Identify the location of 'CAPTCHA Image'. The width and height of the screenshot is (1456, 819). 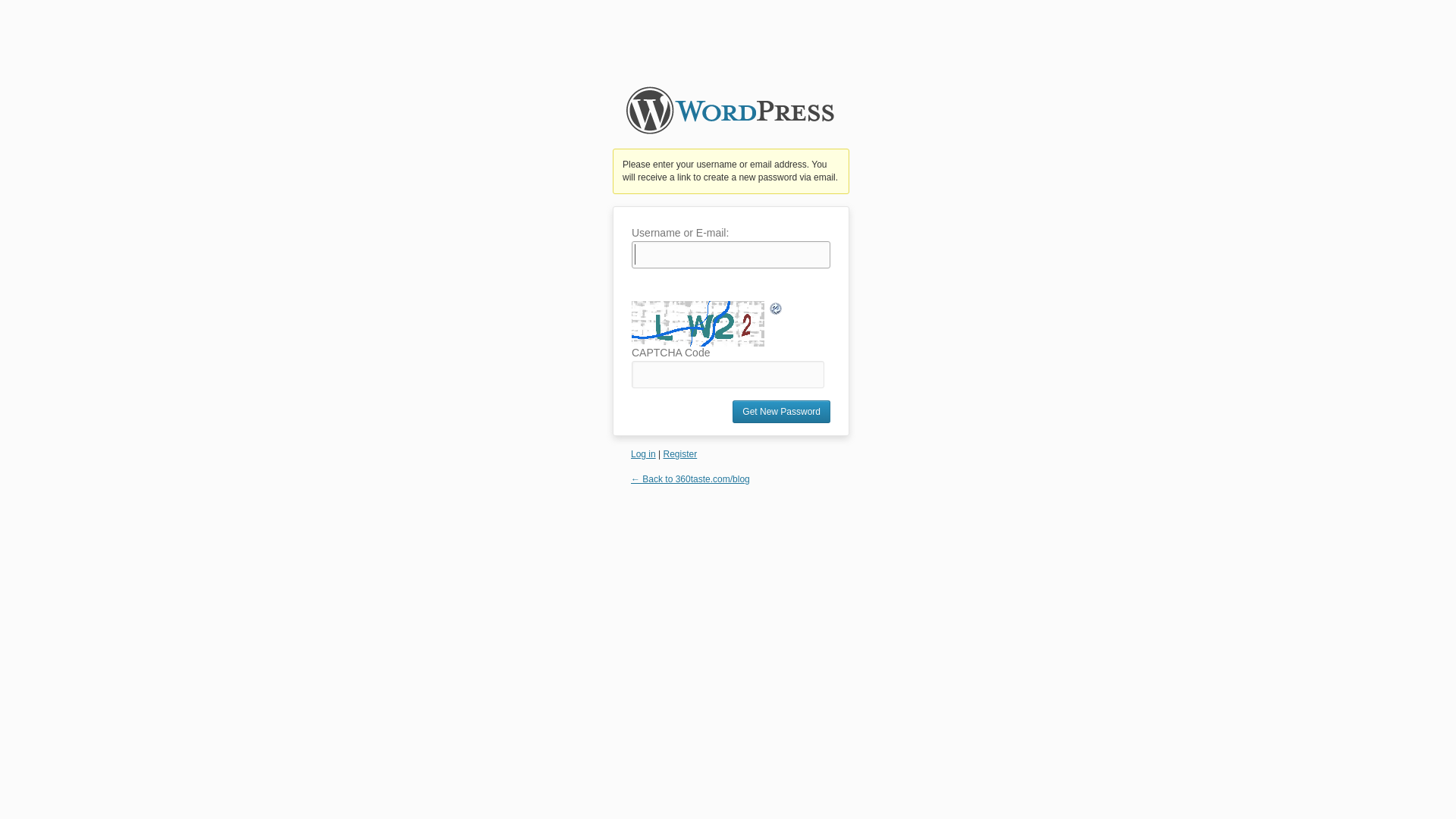
(698, 323).